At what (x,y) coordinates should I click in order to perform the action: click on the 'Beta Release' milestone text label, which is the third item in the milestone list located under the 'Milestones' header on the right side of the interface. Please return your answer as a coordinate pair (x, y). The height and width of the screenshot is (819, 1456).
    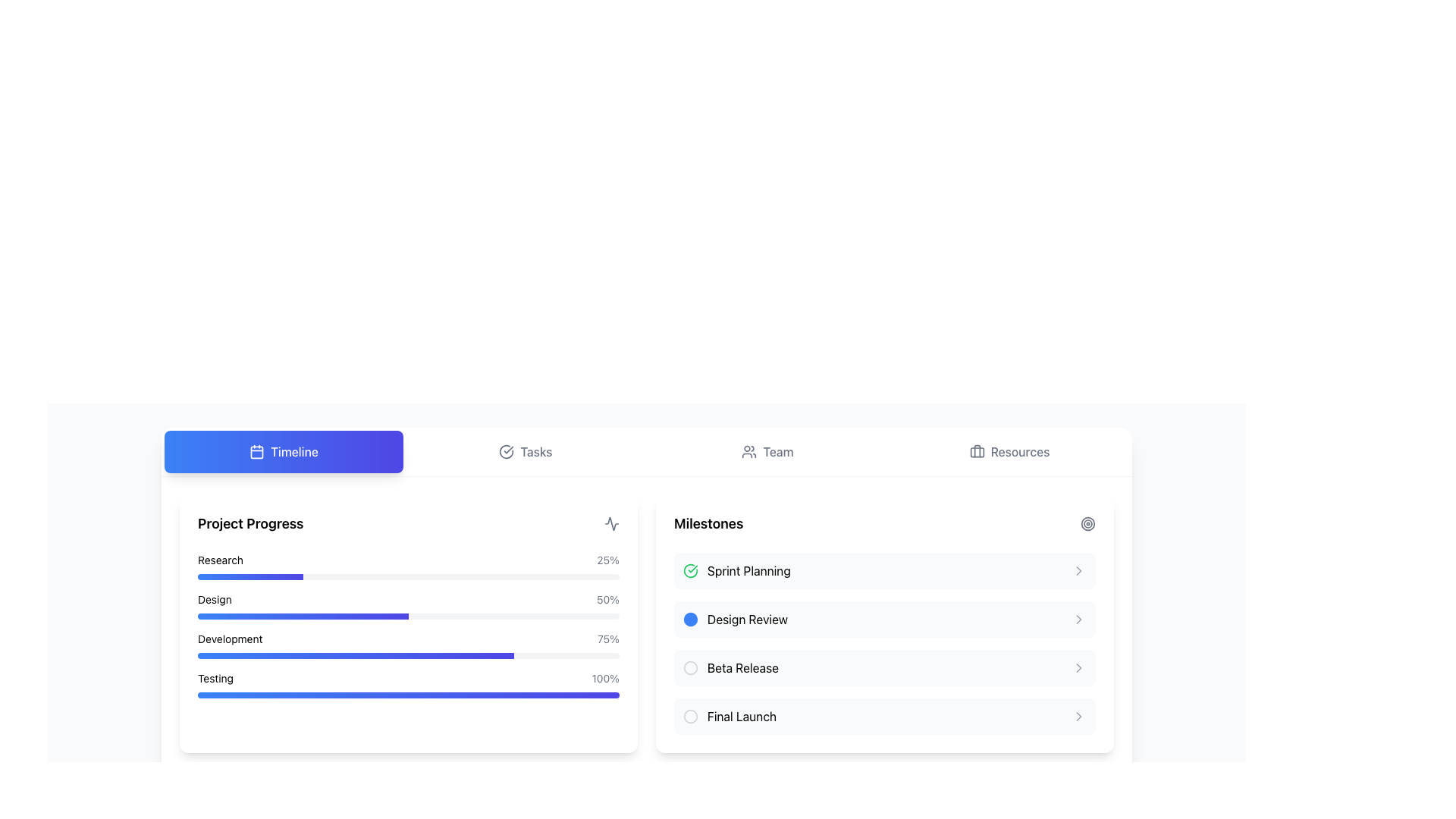
    Looking at the image, I should click on (742, 667).